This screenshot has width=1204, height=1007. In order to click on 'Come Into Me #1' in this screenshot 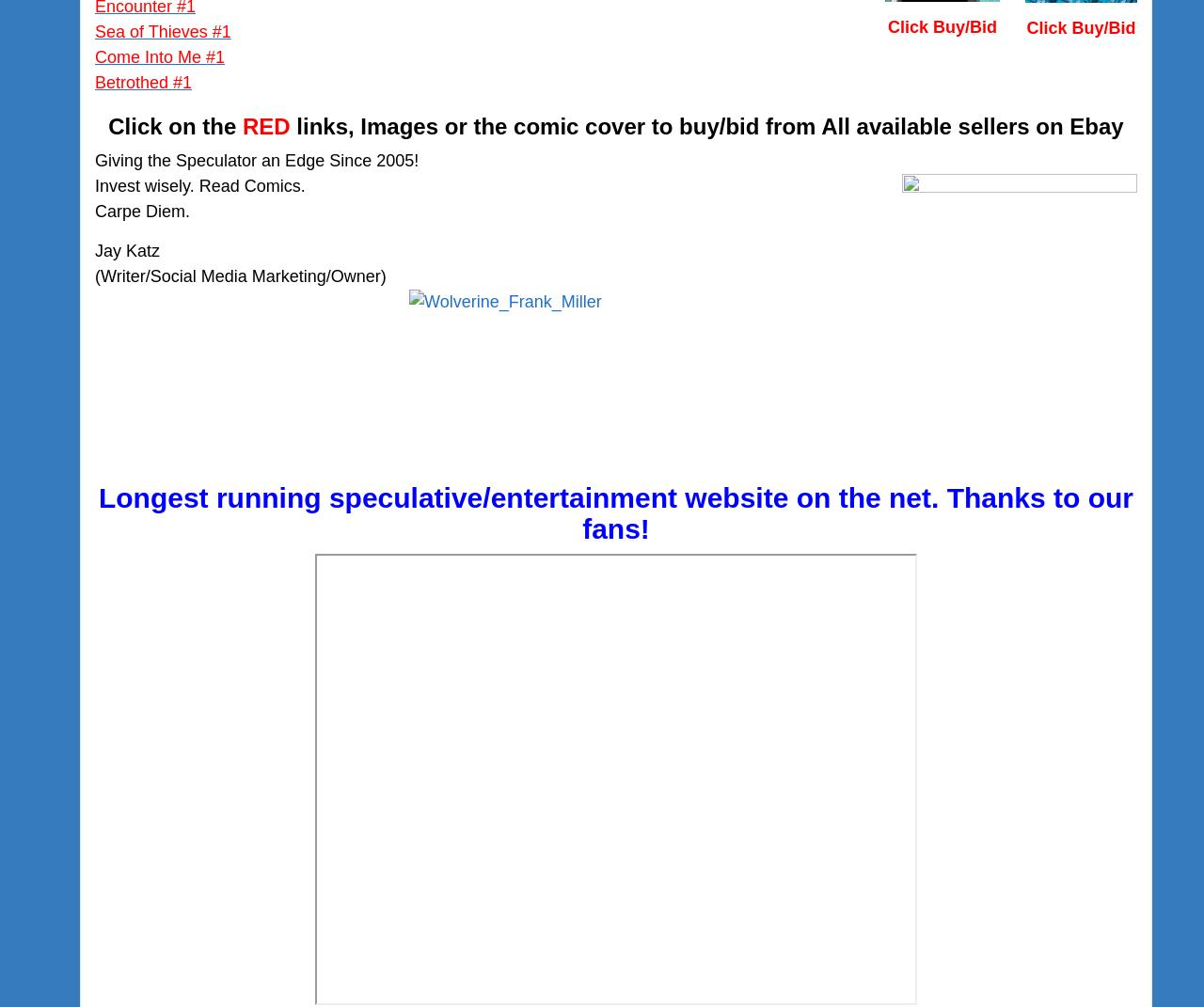, I will do `click(159, 55)`.